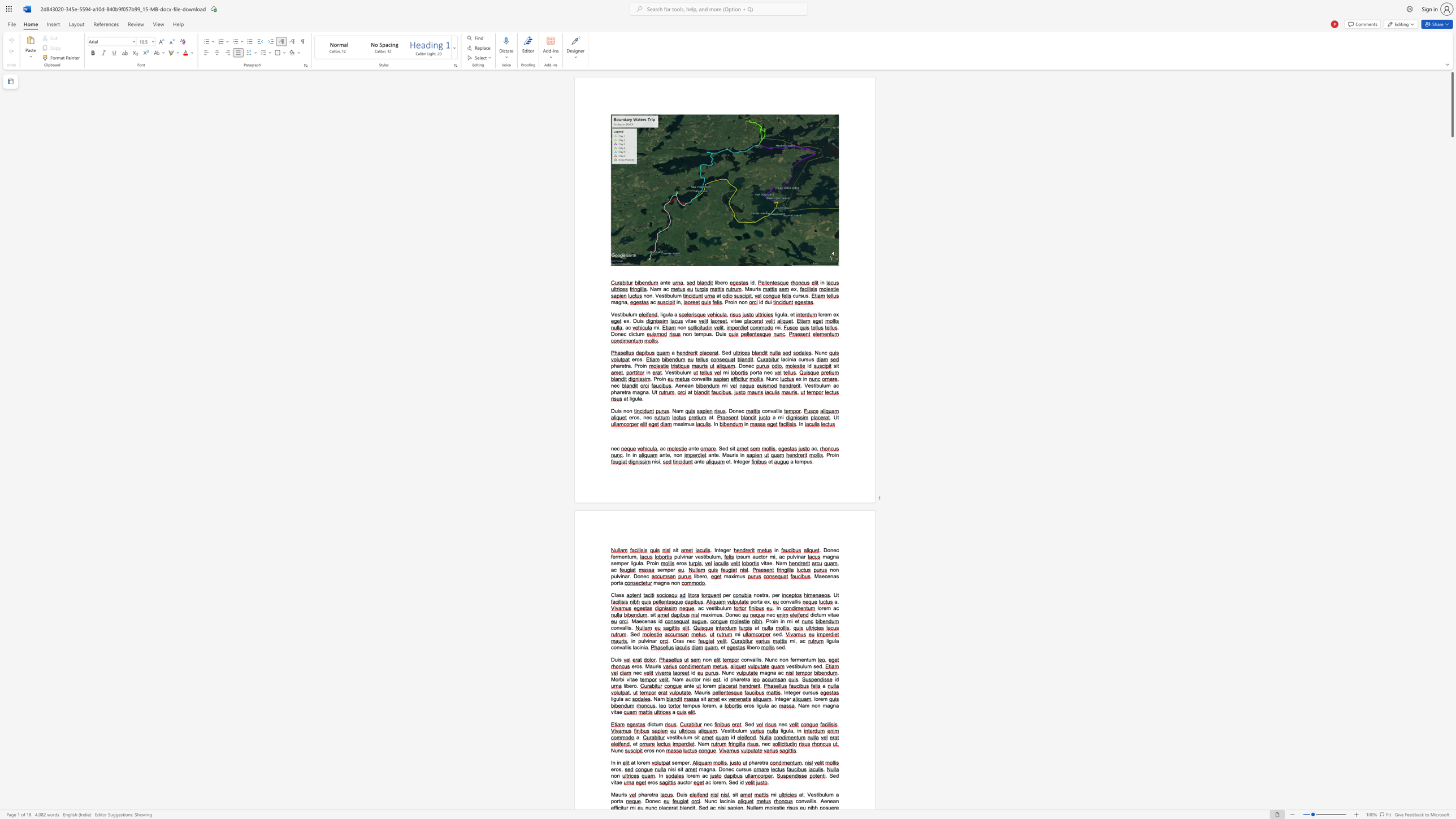 The image size is (1456, 819). I want to click on the 1th character "e" in the text, so click(668, 455).